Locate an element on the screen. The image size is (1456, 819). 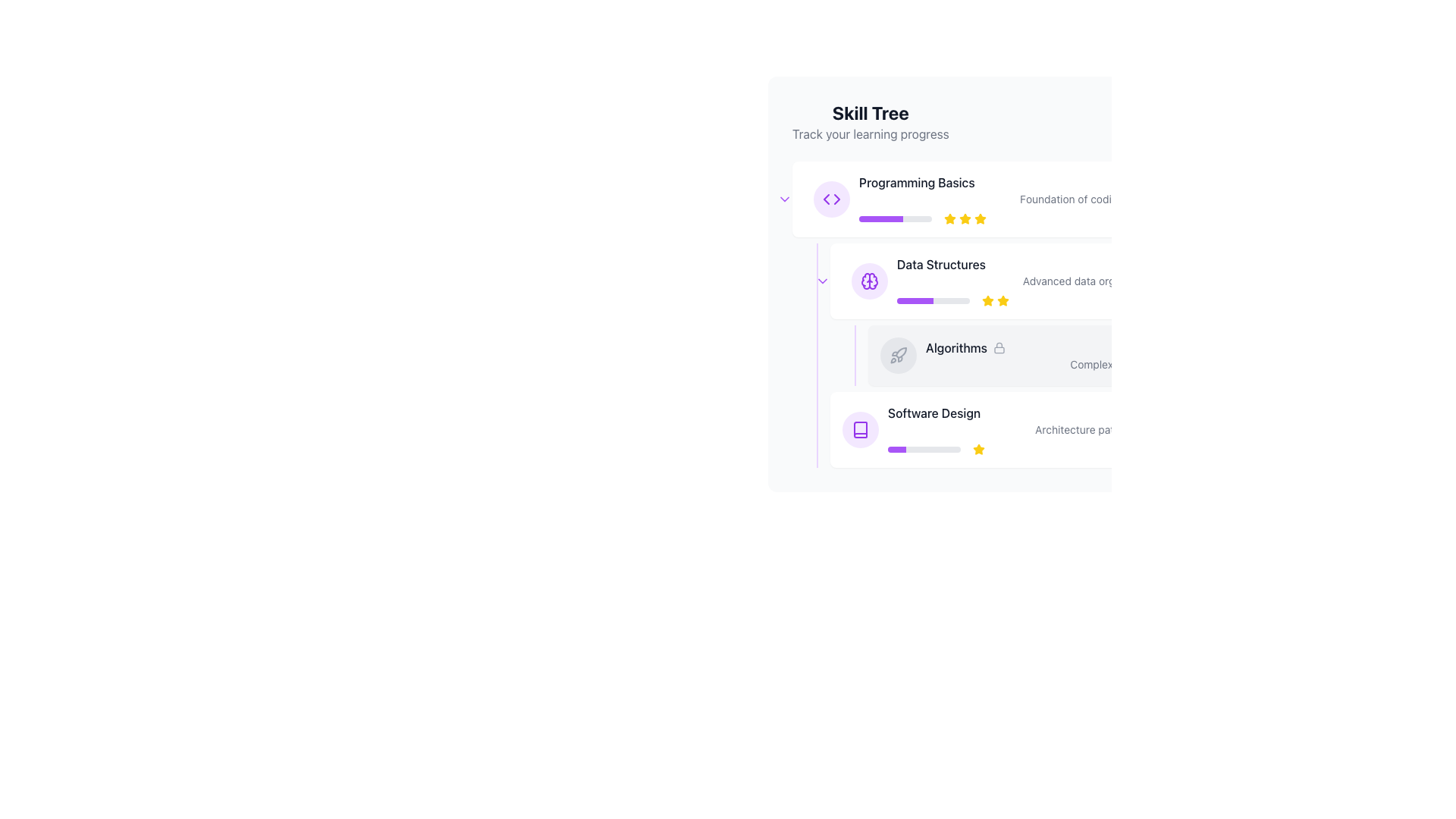
the Progress Bar that visually represents the completion status for the 'Software Design' course, located at the bottom of the 'Skill Tree' section is located at coordinates (924, 449).